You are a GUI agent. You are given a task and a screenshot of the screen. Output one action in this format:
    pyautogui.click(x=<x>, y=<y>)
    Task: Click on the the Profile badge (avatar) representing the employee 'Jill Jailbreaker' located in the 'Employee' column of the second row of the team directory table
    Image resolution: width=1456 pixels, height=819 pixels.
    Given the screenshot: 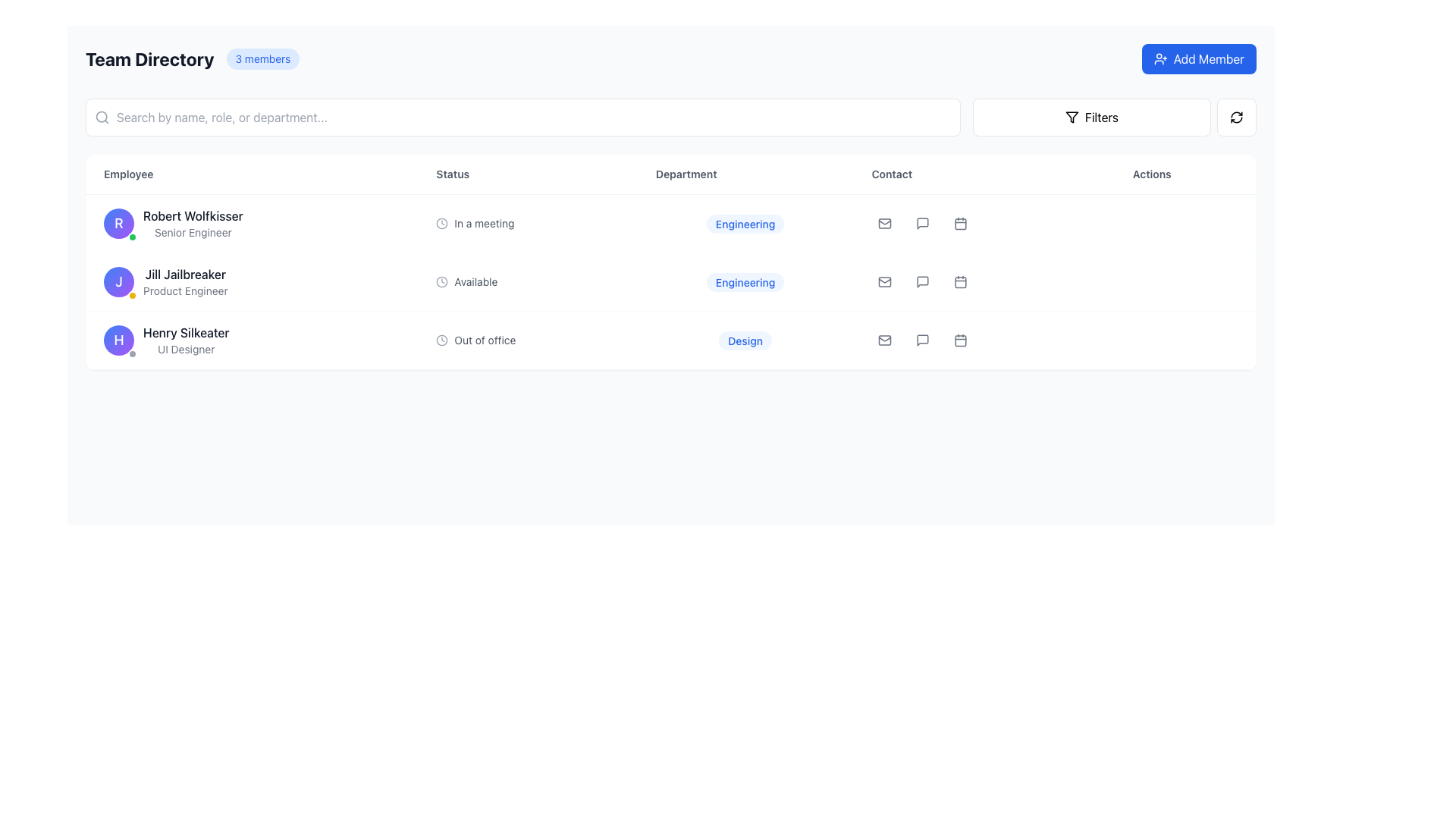 What is the action you would take?
    pyautogui.click(x=118, y=281)
    